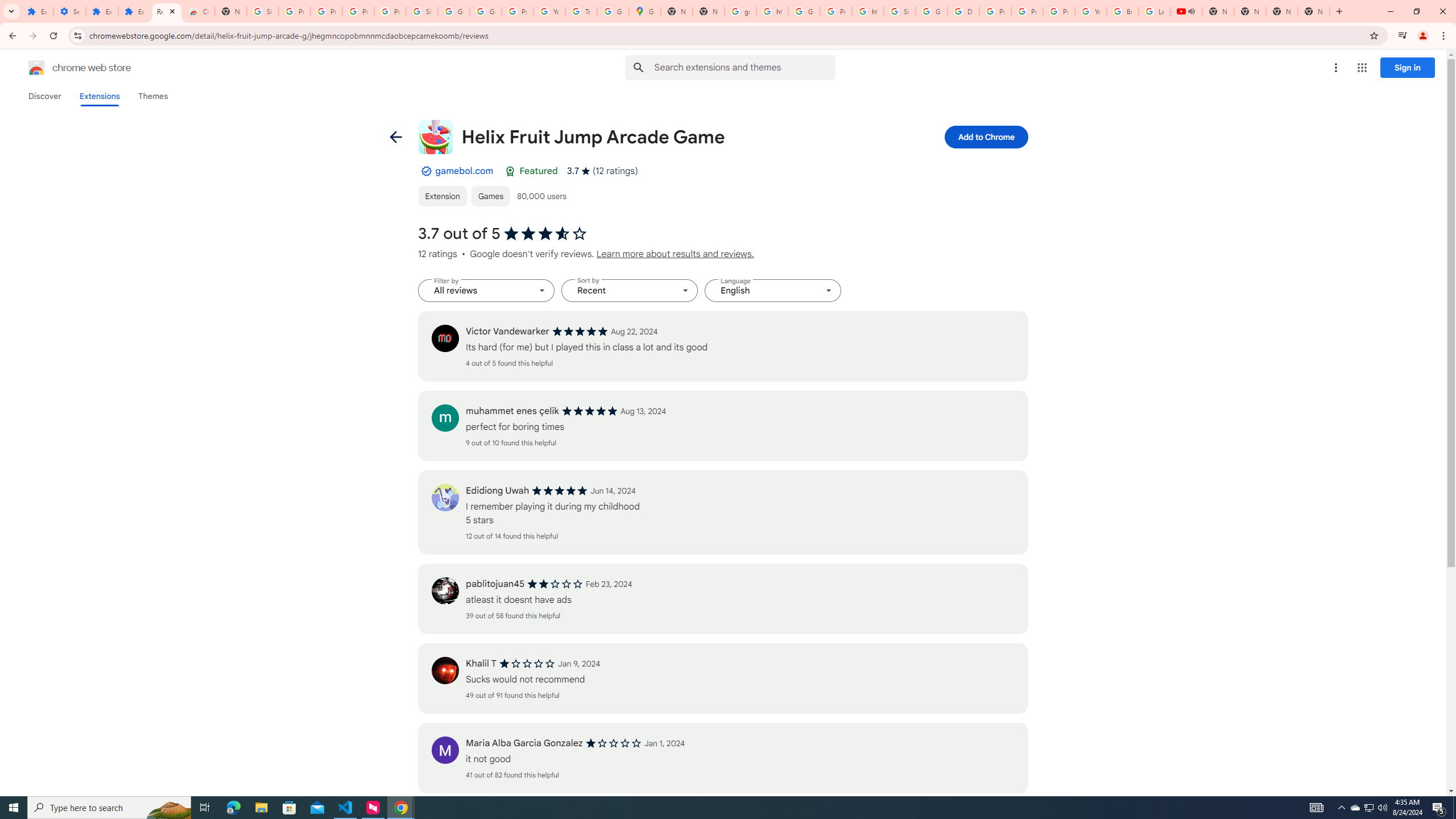 The width and height of the screenshot is (1456, 819). What do you see at coordinates (435, 137) in the screenshot?
I see `'Item logo image for Helix Fruit Jump Arcade Game'` at bounding box center [435, 137].